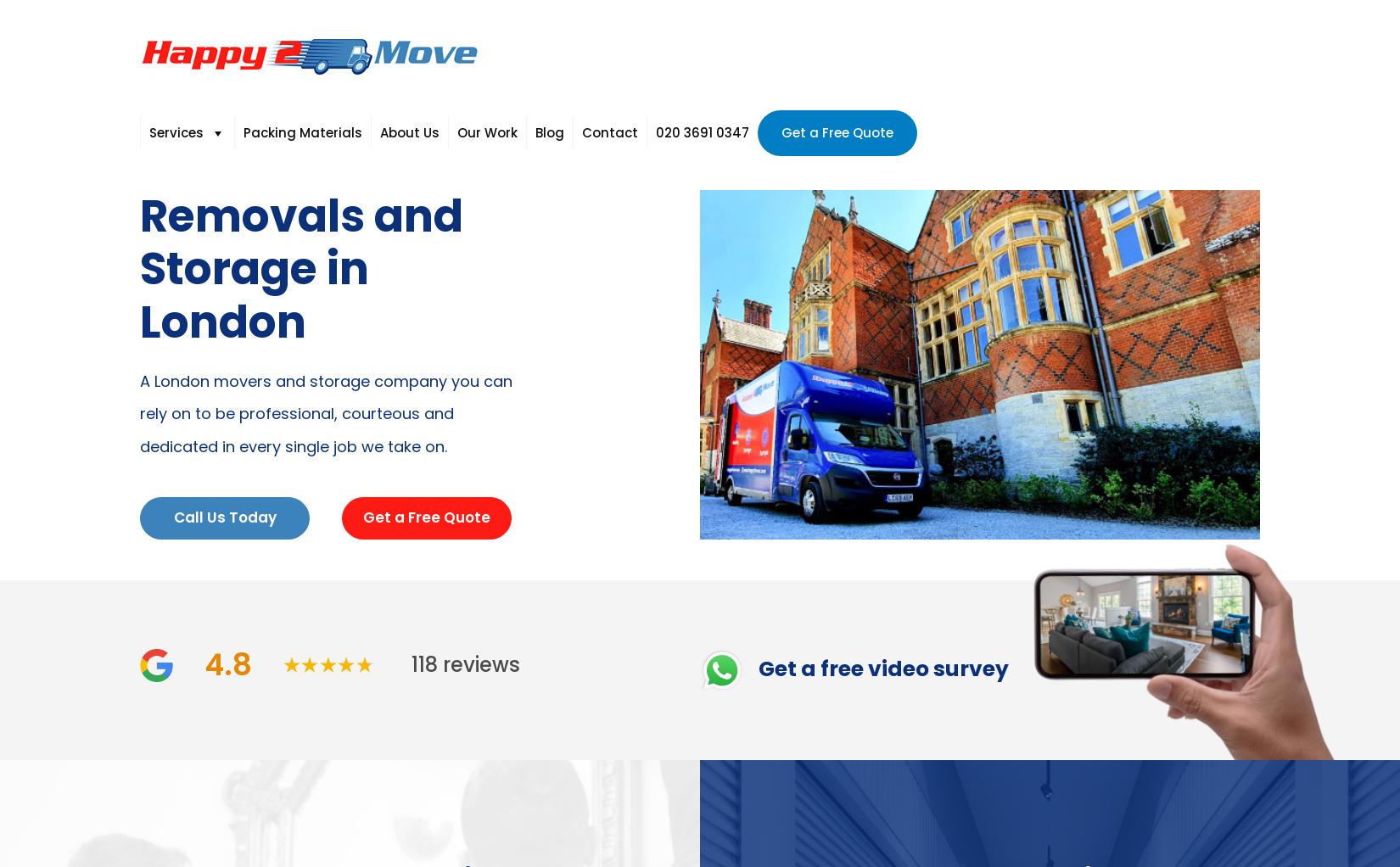 This screenshot has width=1400, height=867. I want to click on 'Office Moves', so click(341, 300).